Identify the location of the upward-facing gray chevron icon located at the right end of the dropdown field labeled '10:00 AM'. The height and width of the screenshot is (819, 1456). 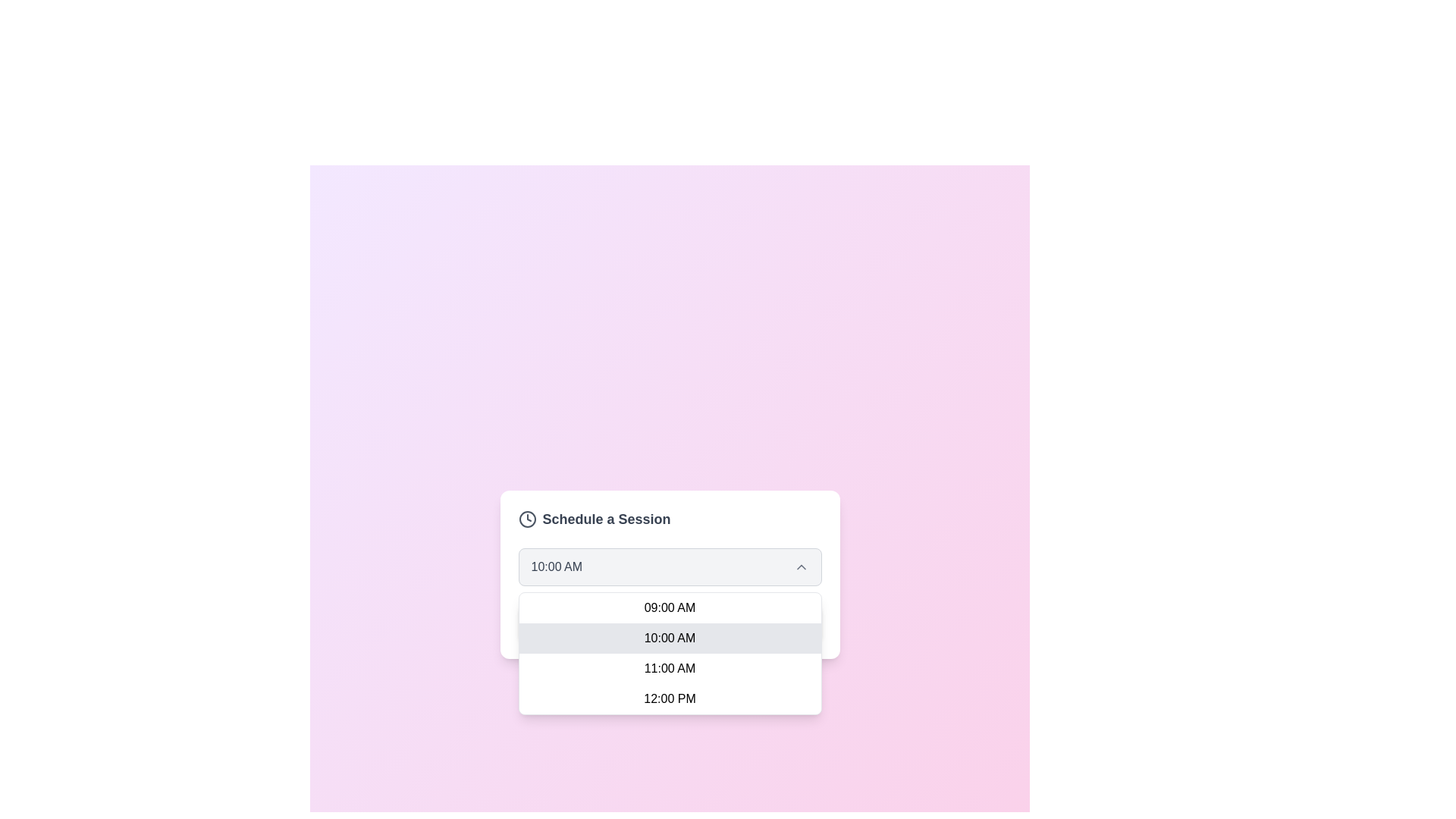
(800, 567).